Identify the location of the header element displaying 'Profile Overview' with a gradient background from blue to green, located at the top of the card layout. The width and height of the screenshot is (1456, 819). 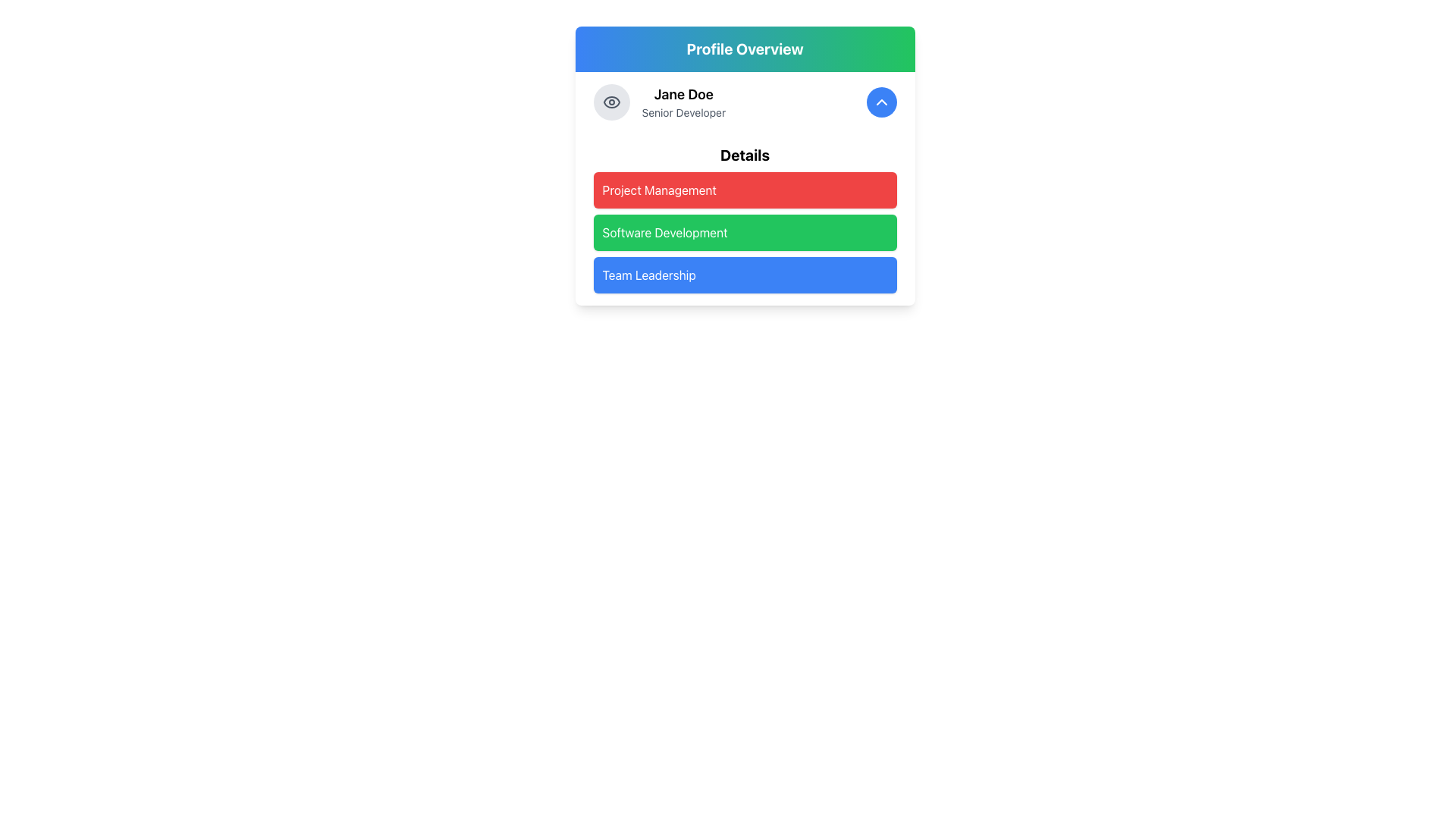
(745, 49).